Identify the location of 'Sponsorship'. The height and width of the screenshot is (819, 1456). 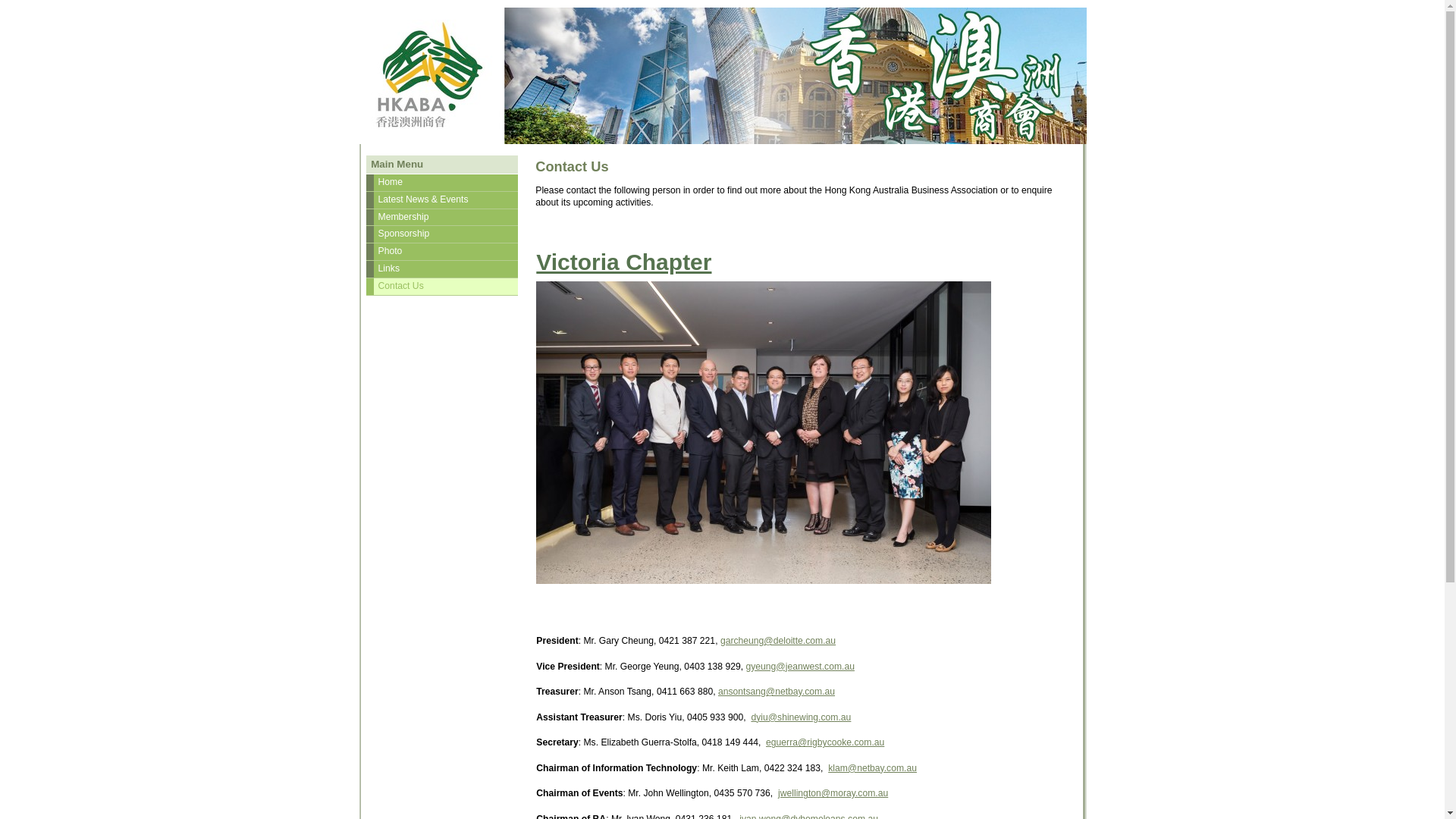
(441, 234).